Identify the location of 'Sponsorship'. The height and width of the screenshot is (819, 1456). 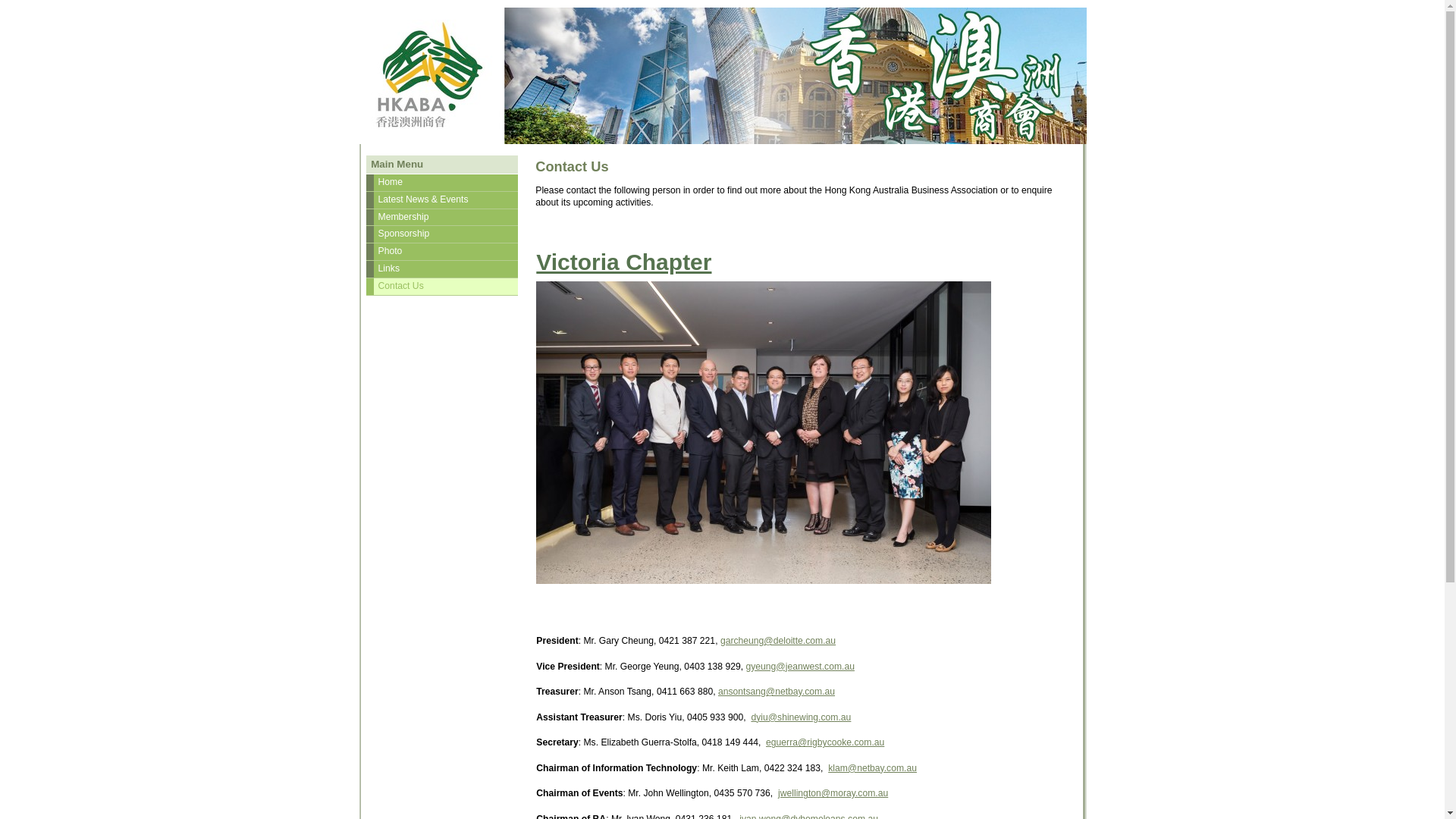
(441, 234).